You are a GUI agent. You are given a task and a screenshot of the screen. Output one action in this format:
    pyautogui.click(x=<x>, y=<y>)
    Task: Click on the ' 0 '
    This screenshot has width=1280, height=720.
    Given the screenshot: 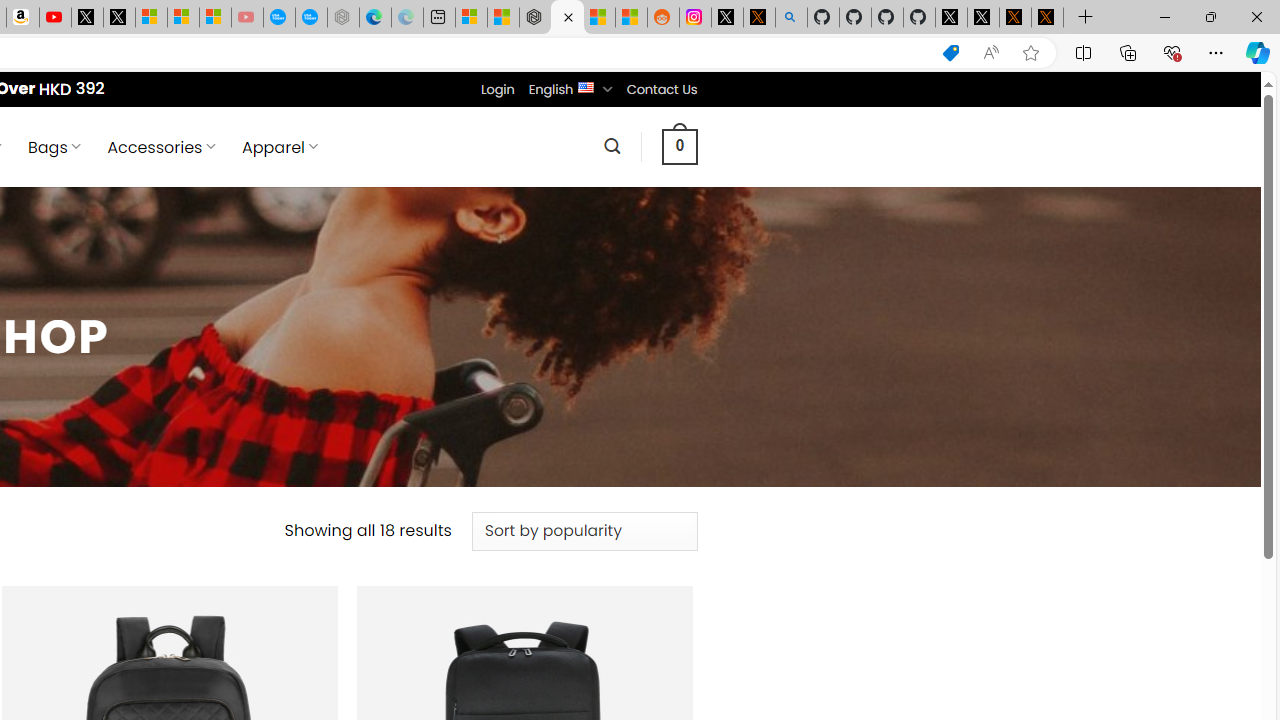 What is the action you would take?
    pyautogui.click(x=679, y=145)
    